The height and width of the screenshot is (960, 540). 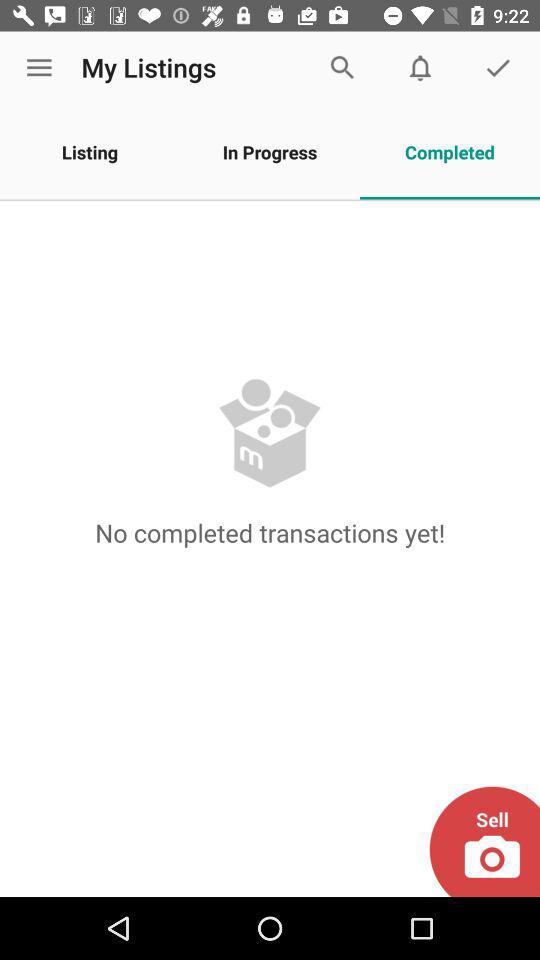 I want to click on camera option, so click(x=483, y=840).